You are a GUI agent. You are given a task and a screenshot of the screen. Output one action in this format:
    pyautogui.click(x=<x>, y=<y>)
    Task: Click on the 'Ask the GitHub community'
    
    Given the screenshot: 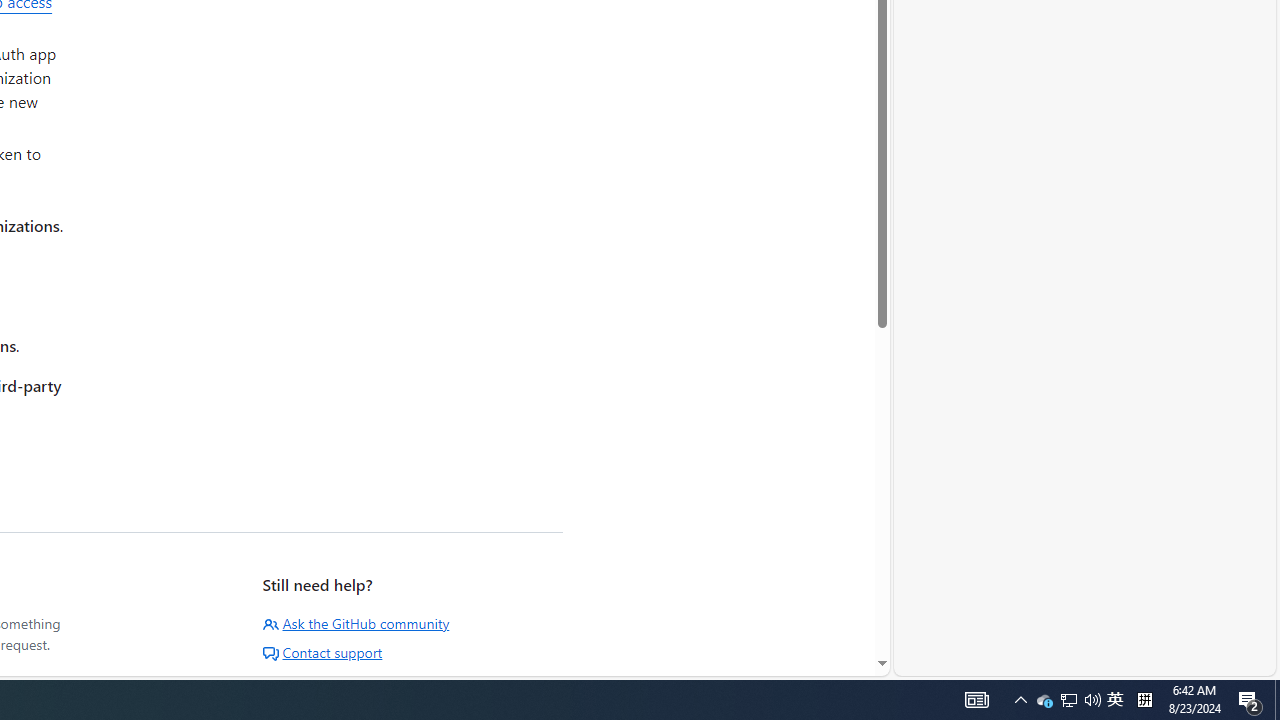 What is the action you would take?
    pyautogui.click(x=356, y=622)
    